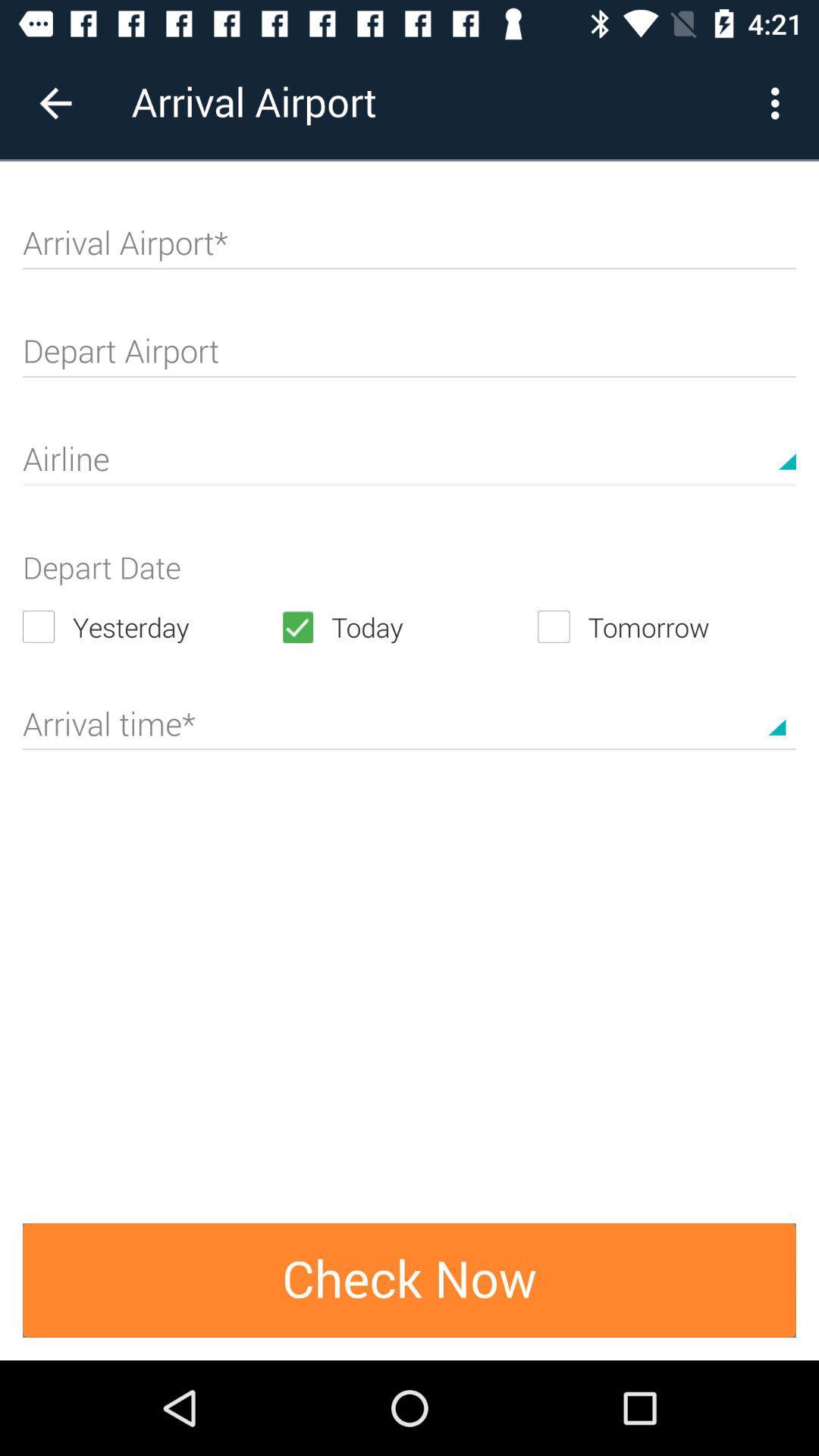 The width and height of the screenshot is (819, 1456). I want to click on airline, so click(409, 465).